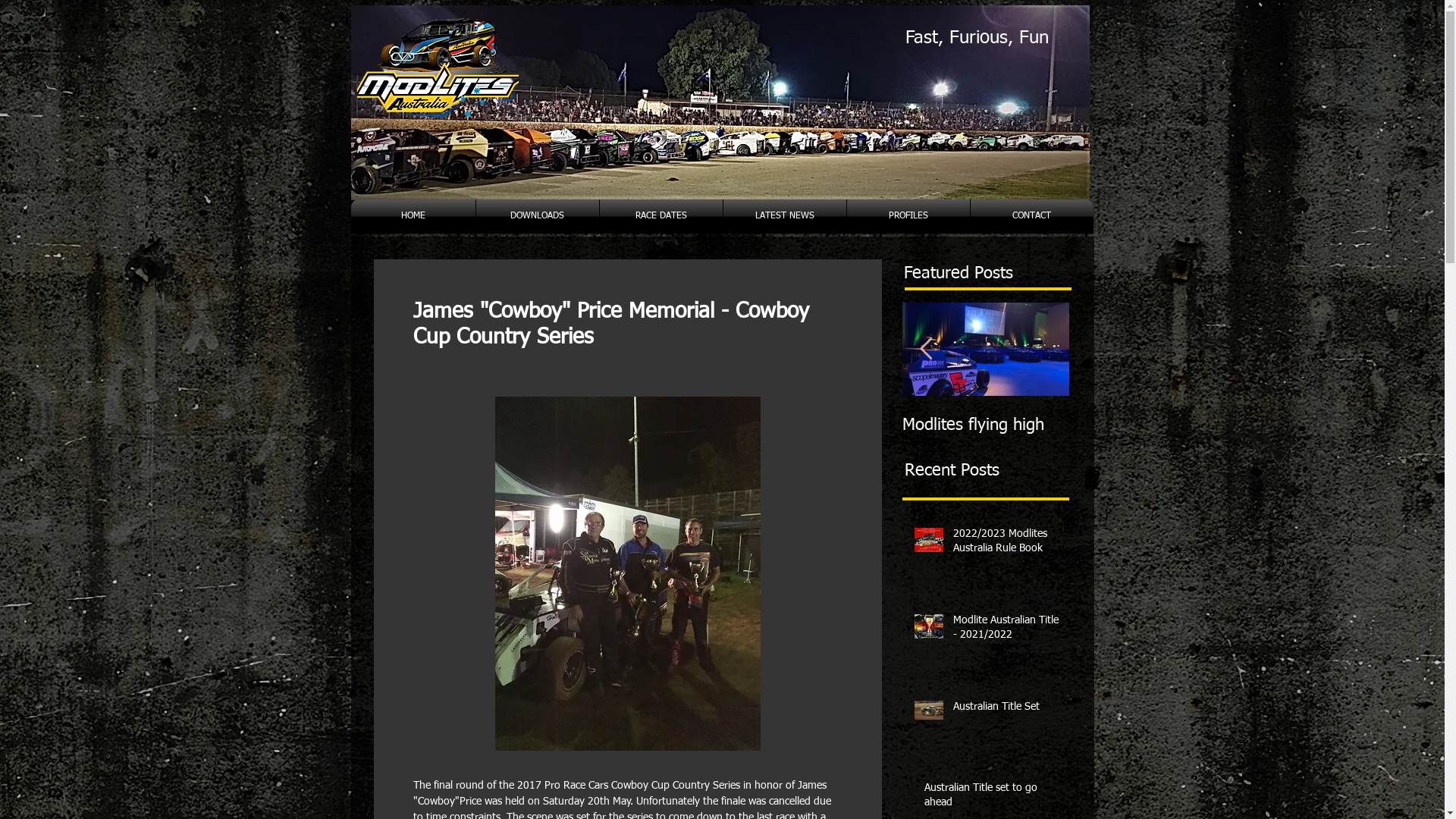 The height and width of the screenshot is (819, 1456). What do you see at coordinates (993, 798) in the screenshot?
I see `'Australian Title set to go ahead'` at bounding box center [993, 798].